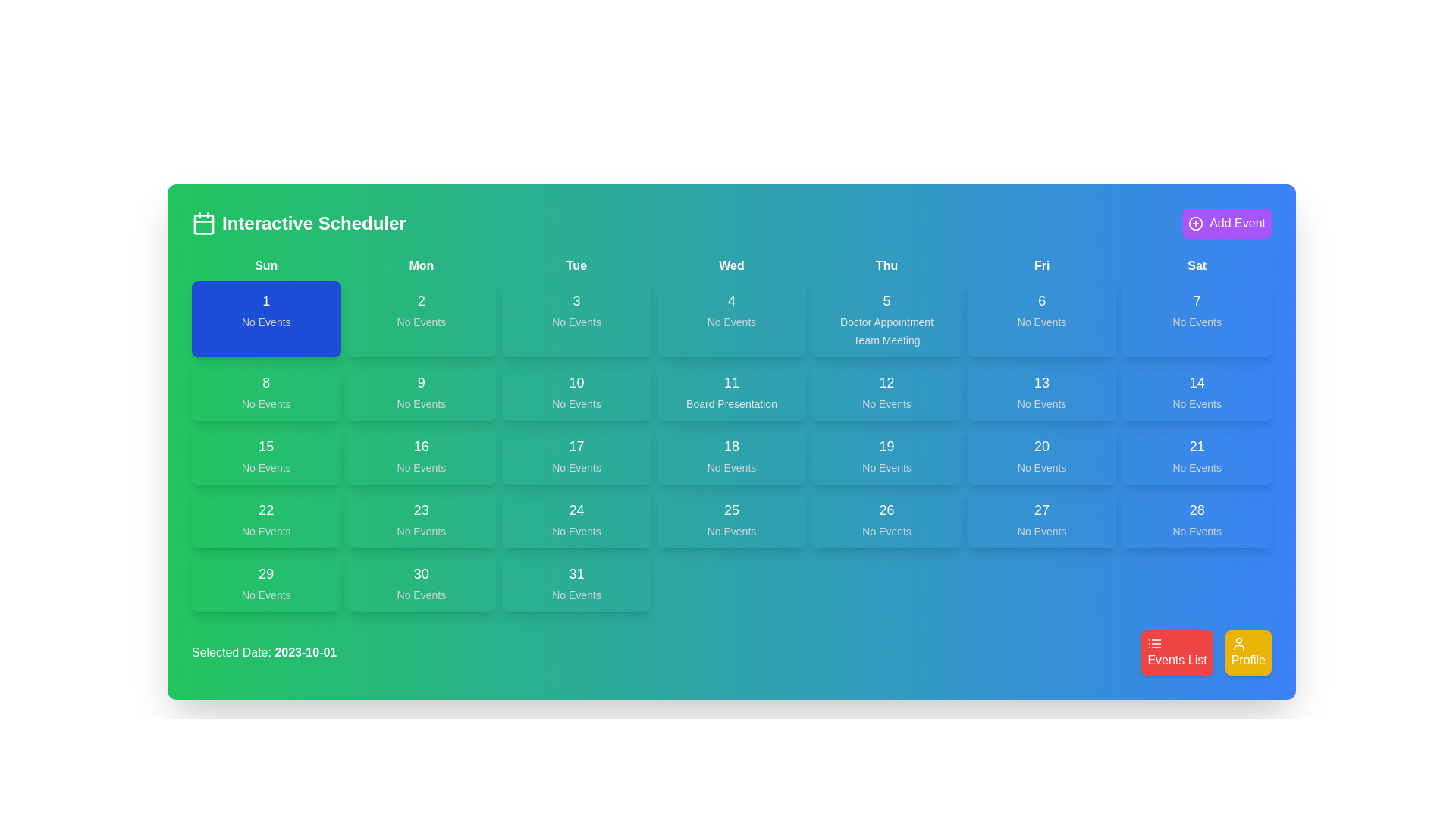  Describe the element at coordinates (731, 531) in the screenshot. I see `the text label displaying 'No Events' in light gray, located beneath '25' in the middle cell of the fifth row of the calendar` at that location.